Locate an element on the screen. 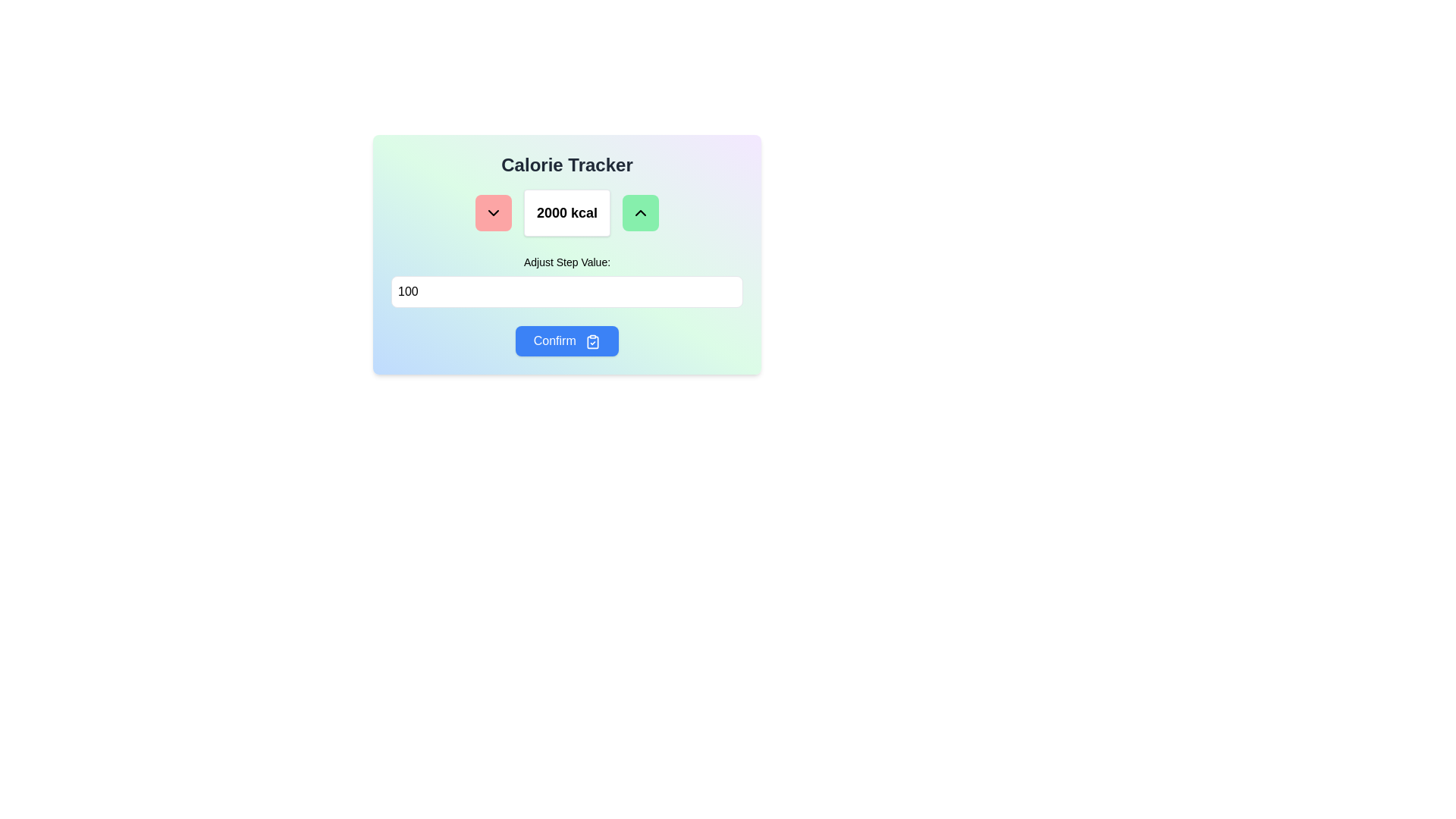  the blue clipboard-shaped icon with a checkmark inside it, located to the right of the 'Confirm' button is located at coordinates (592, 341).